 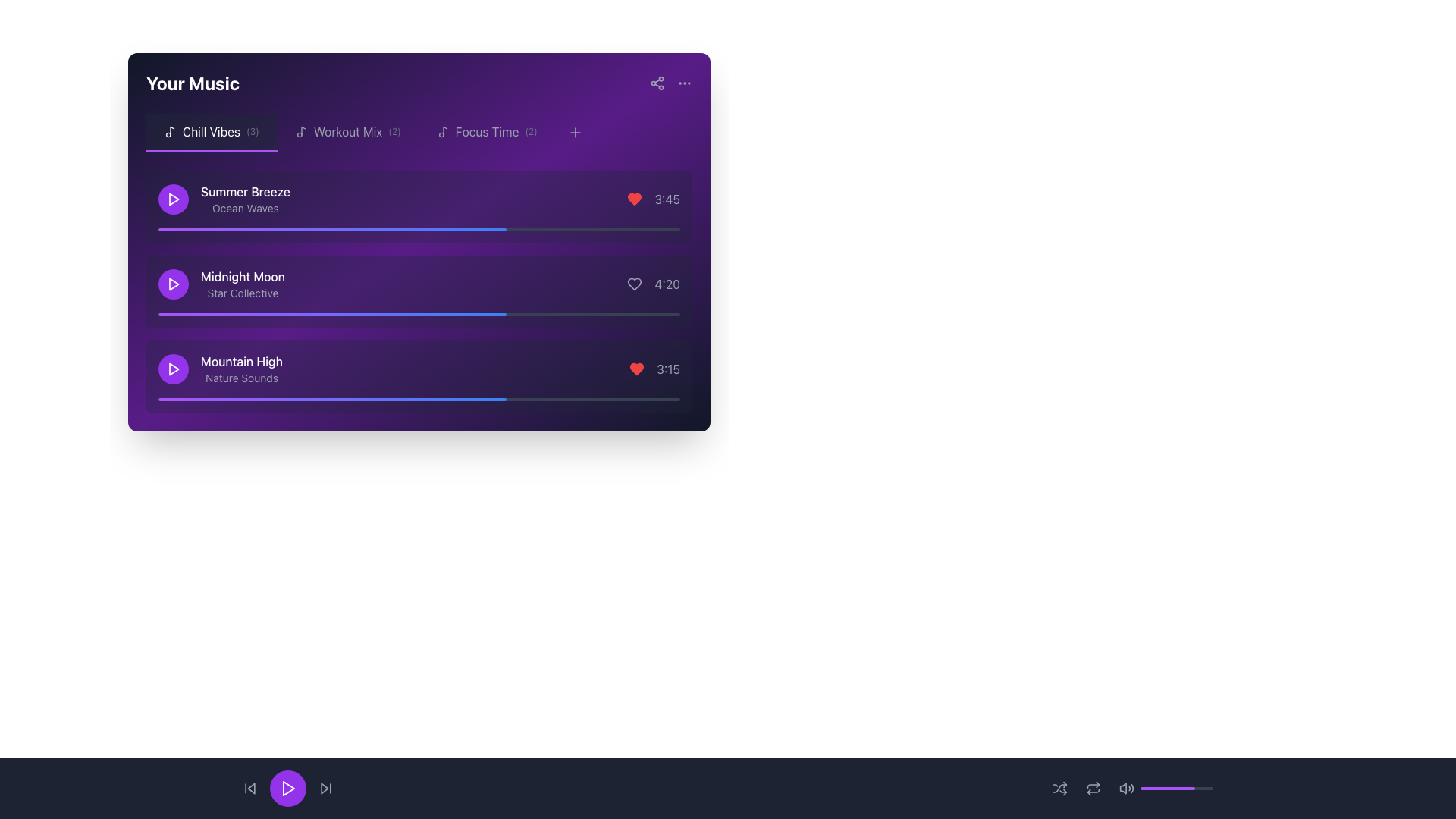 I want to click on the repeat button located as the third interactive control from the left within the playback bar at the bottom of the page, positioned between the shuffle icon and volume control, so click(x=1093, y=788).